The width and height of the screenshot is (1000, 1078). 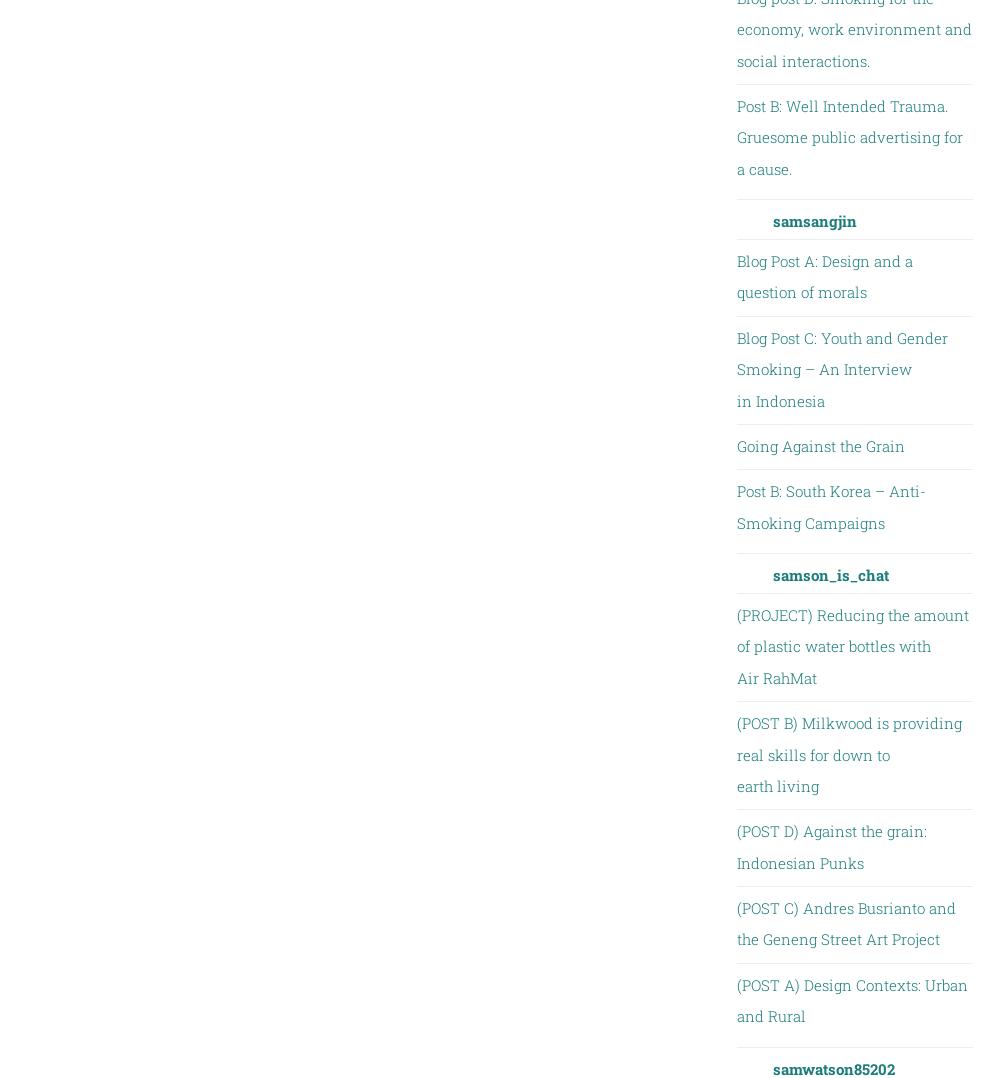 What do you see at coordinates (844, 923) in the screenshot?
I see `'(POST C) Andres Busrianto and the Geneng Street Art Project'` at bounding box center [844, 923].